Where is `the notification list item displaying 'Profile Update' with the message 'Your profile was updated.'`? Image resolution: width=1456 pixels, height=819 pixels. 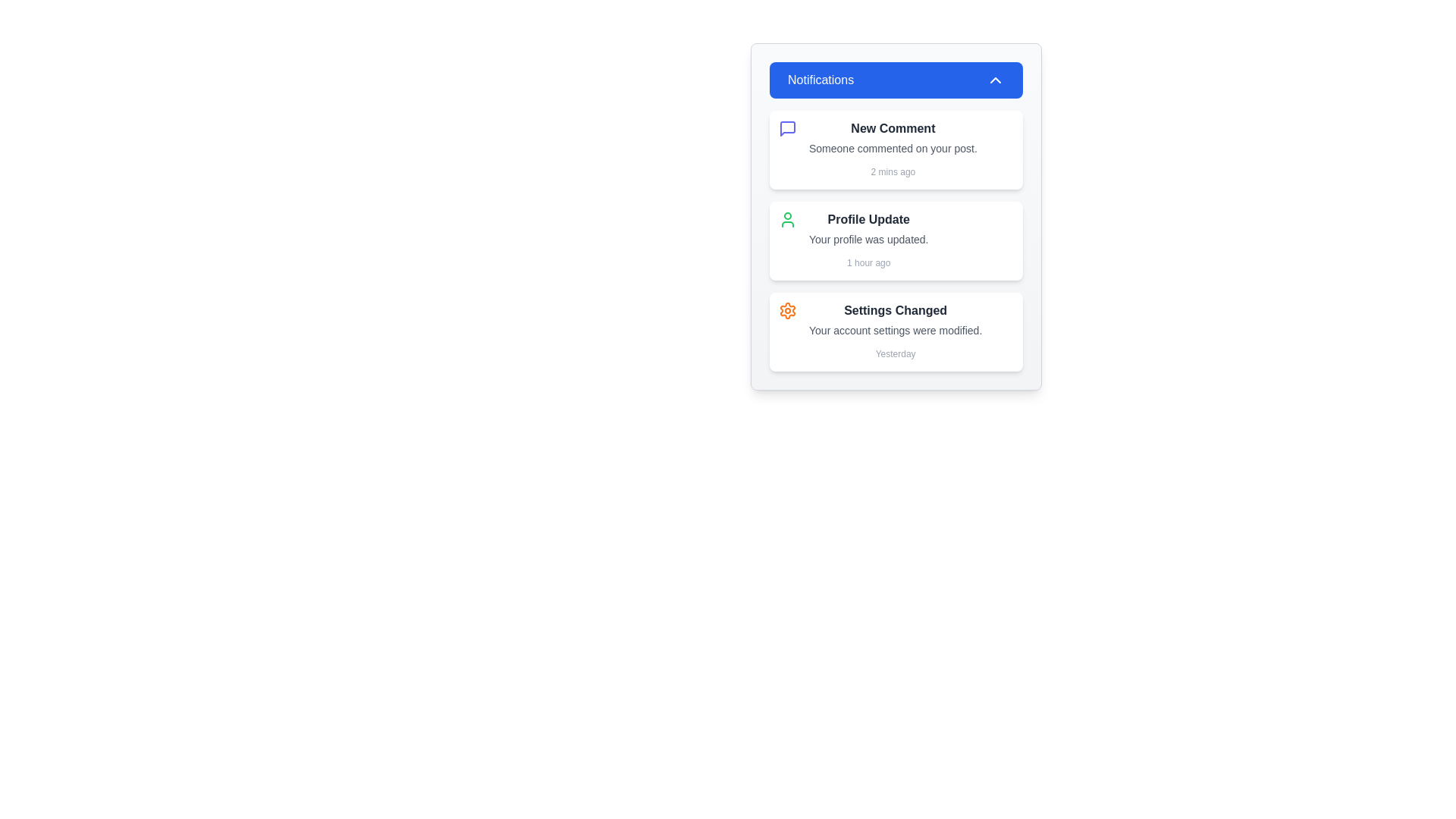
the notification list item displaying 'Profile Update' with the message 'Your profile was updated.' is located at coordinates (868, 240).